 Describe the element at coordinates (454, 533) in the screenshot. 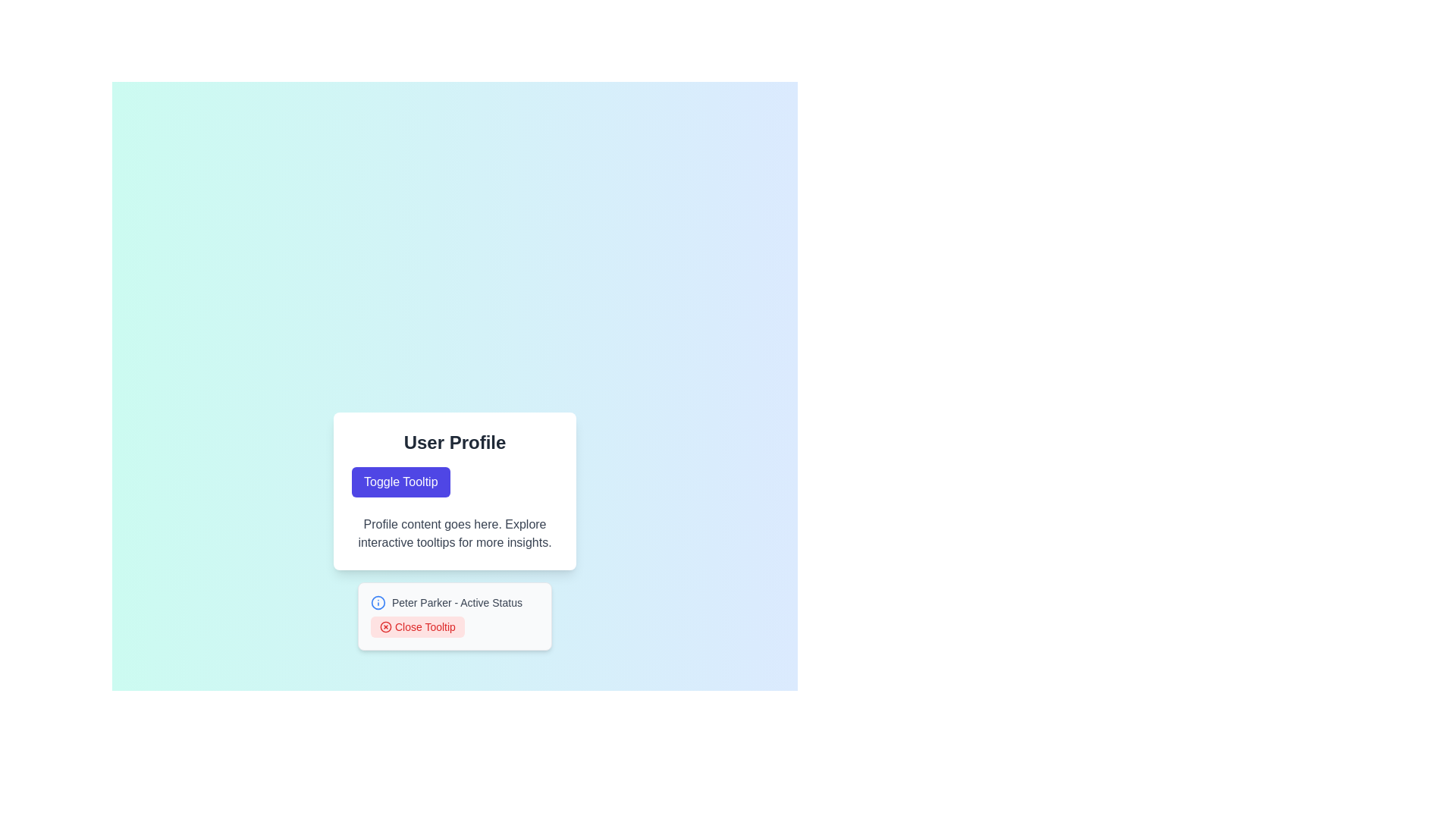

I see `the informational text element located below the 'Toggle Tooltip' button in the user profile interface` at that location.